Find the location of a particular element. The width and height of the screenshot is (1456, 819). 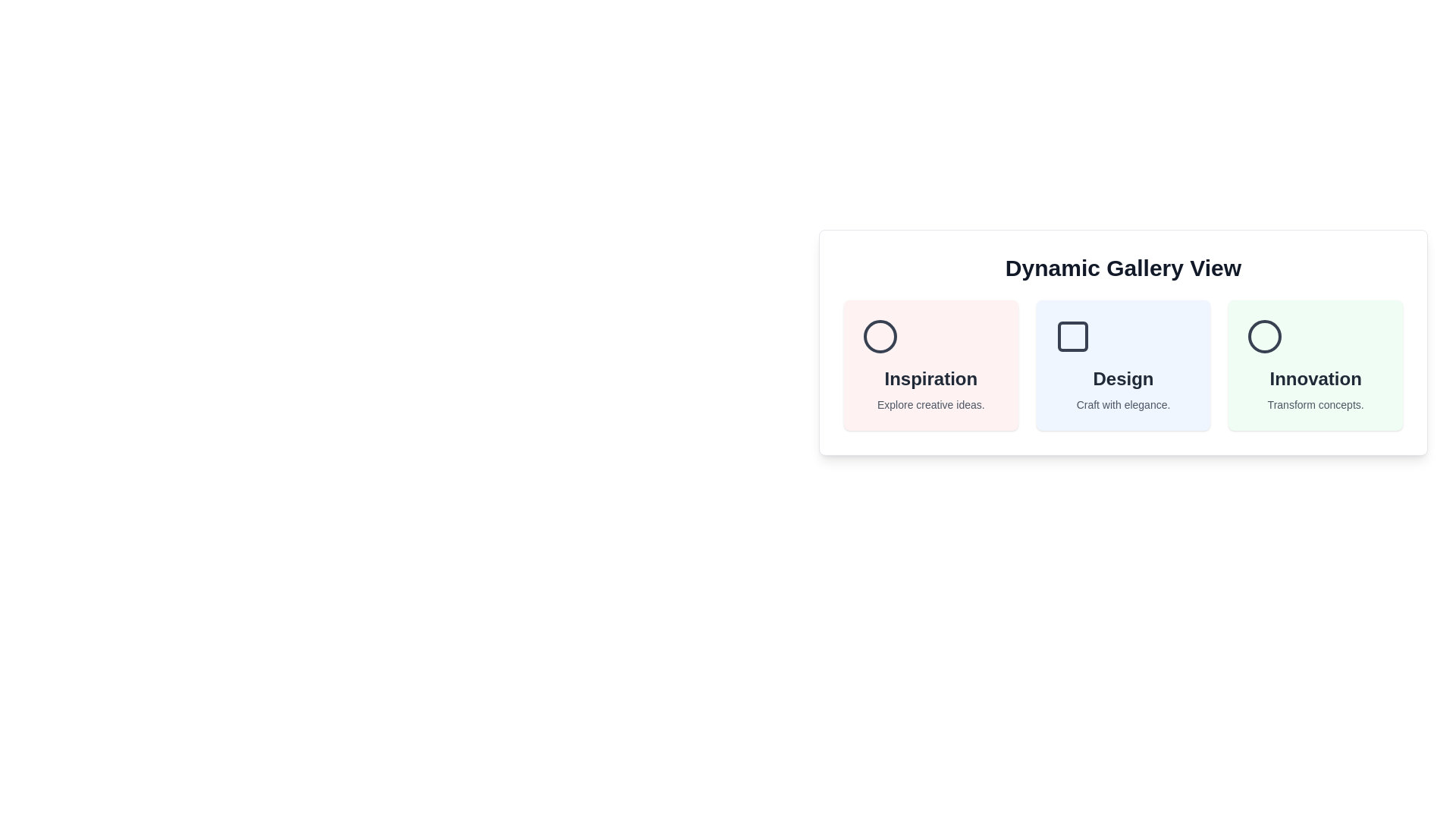

the 'Design' section label located in the middle panel, directly beneath the square icon and above the text 'Craft with elegance' is located at coordinates (1123, 378).